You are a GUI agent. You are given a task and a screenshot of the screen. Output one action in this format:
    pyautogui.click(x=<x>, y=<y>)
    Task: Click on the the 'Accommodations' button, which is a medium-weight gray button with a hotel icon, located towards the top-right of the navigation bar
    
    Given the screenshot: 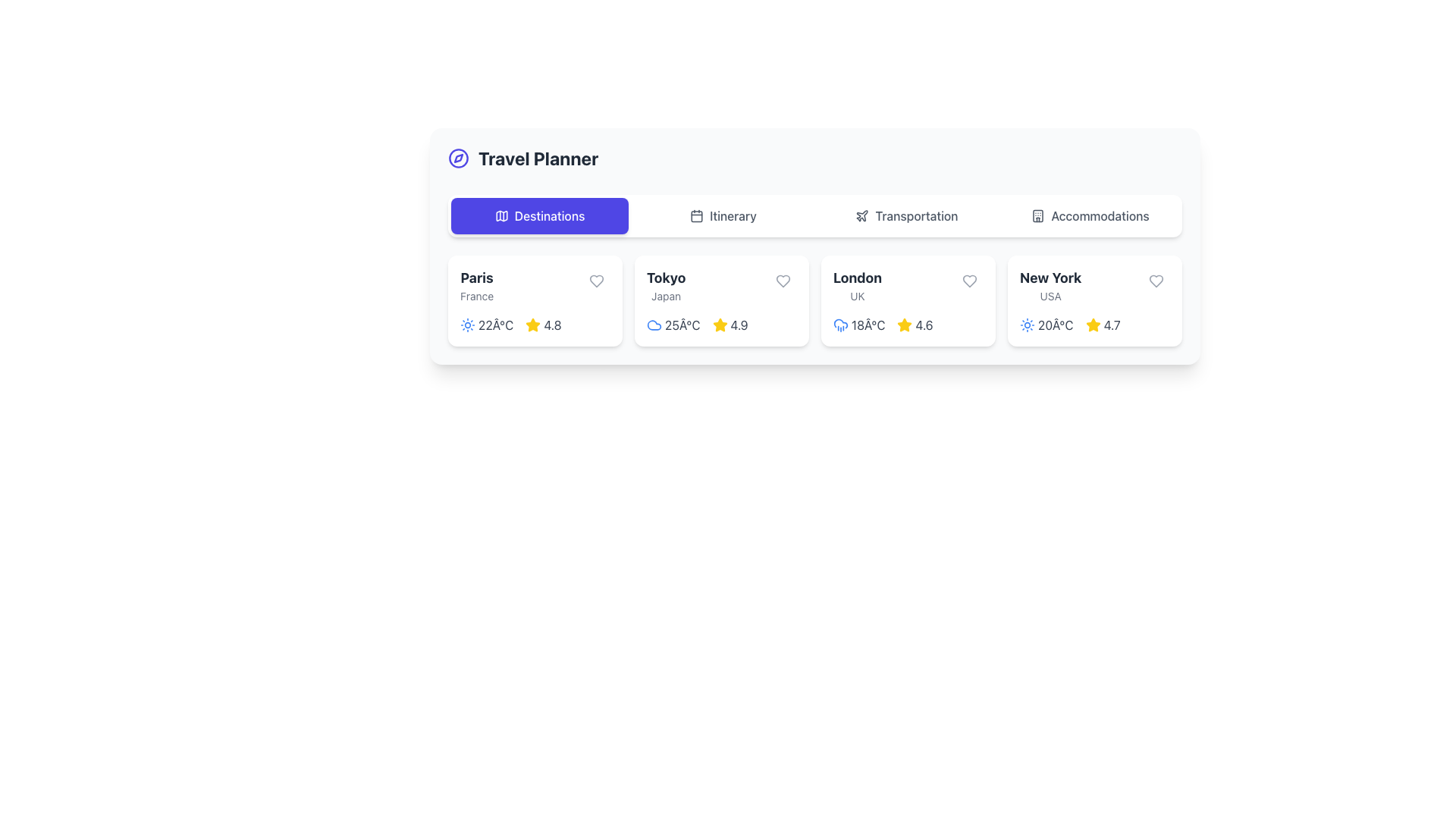 What is the action you would take?
    pyautogui.click(x=1090, y=216)
    